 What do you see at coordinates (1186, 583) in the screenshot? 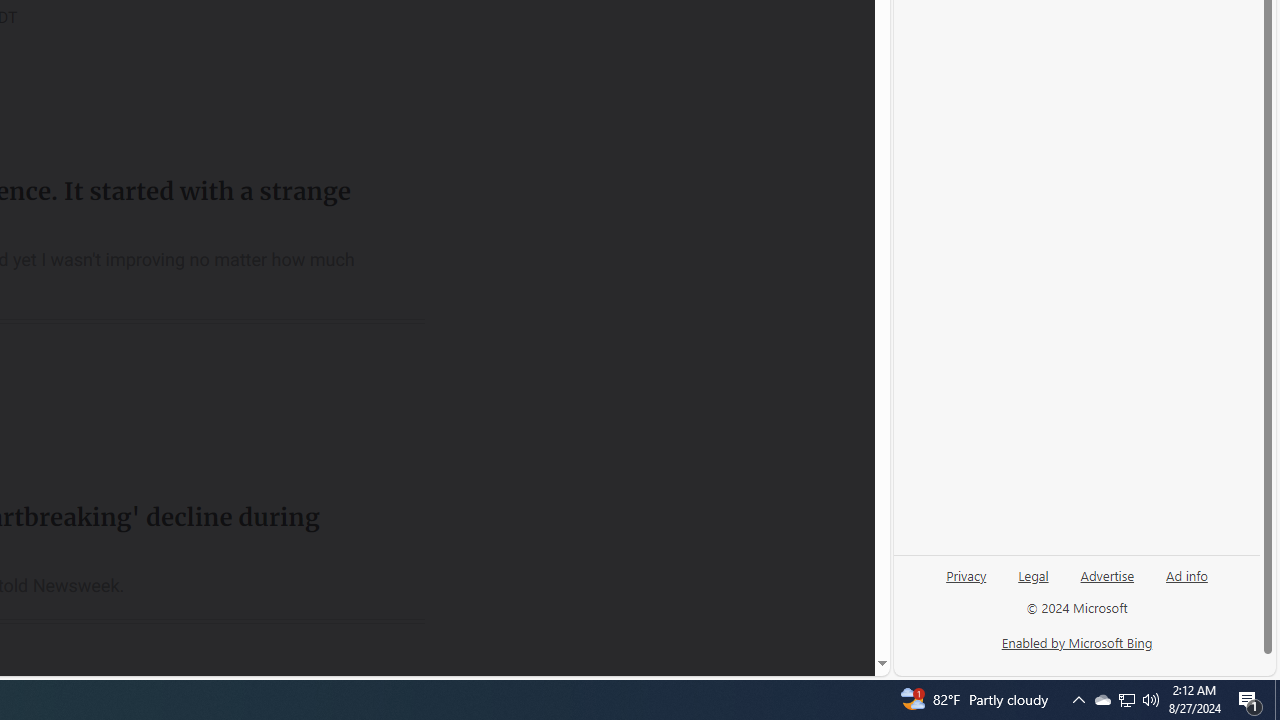
I see `'Ad info'` at bounding box center [1186, 583].